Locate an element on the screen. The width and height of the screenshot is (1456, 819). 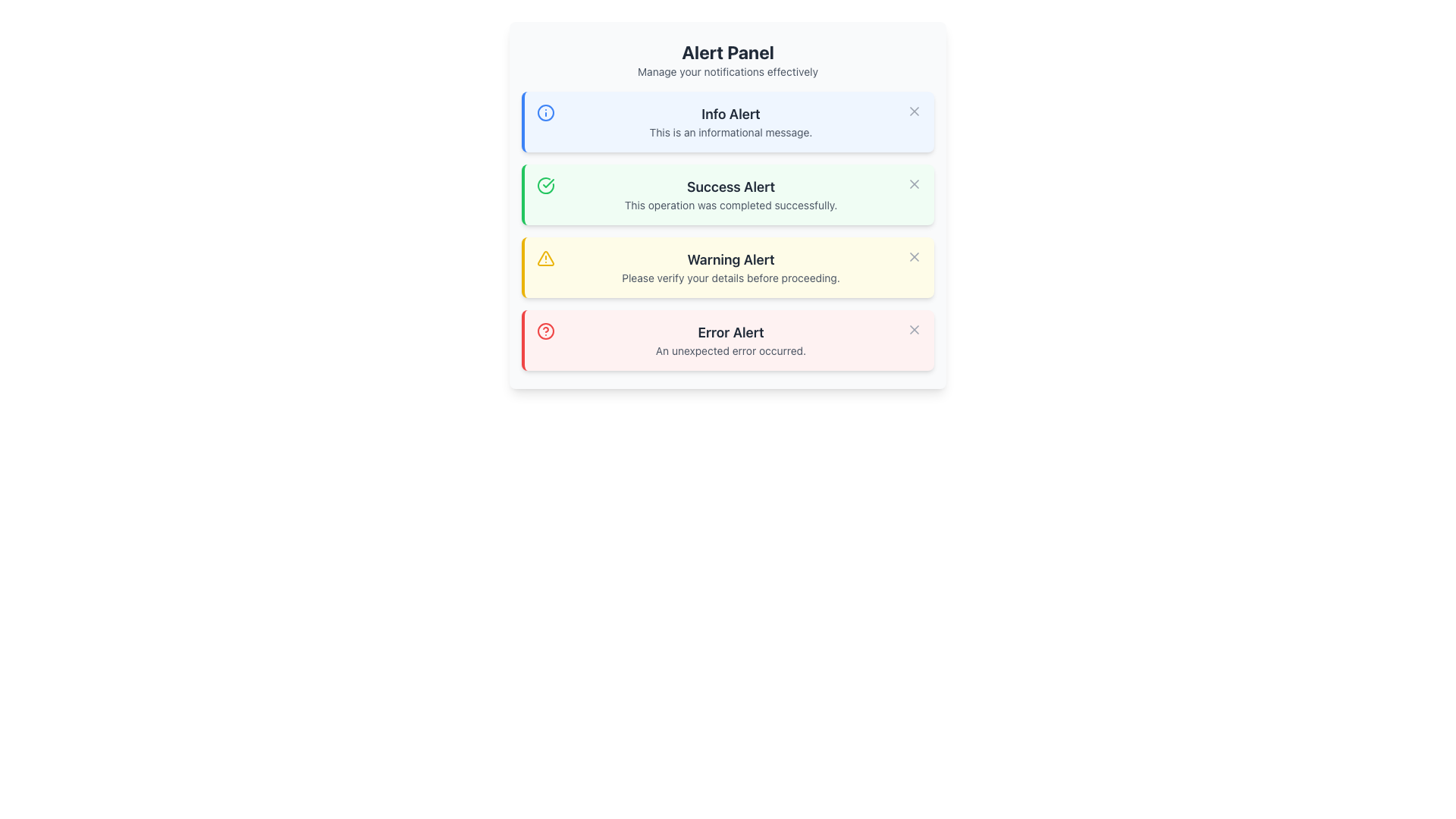
the success confirmation icon located within the 'Success Alert' notification box, positioned towards the left side of its boundary, which indicates that the operation was completed successfully is located at coordinates (546, 185).